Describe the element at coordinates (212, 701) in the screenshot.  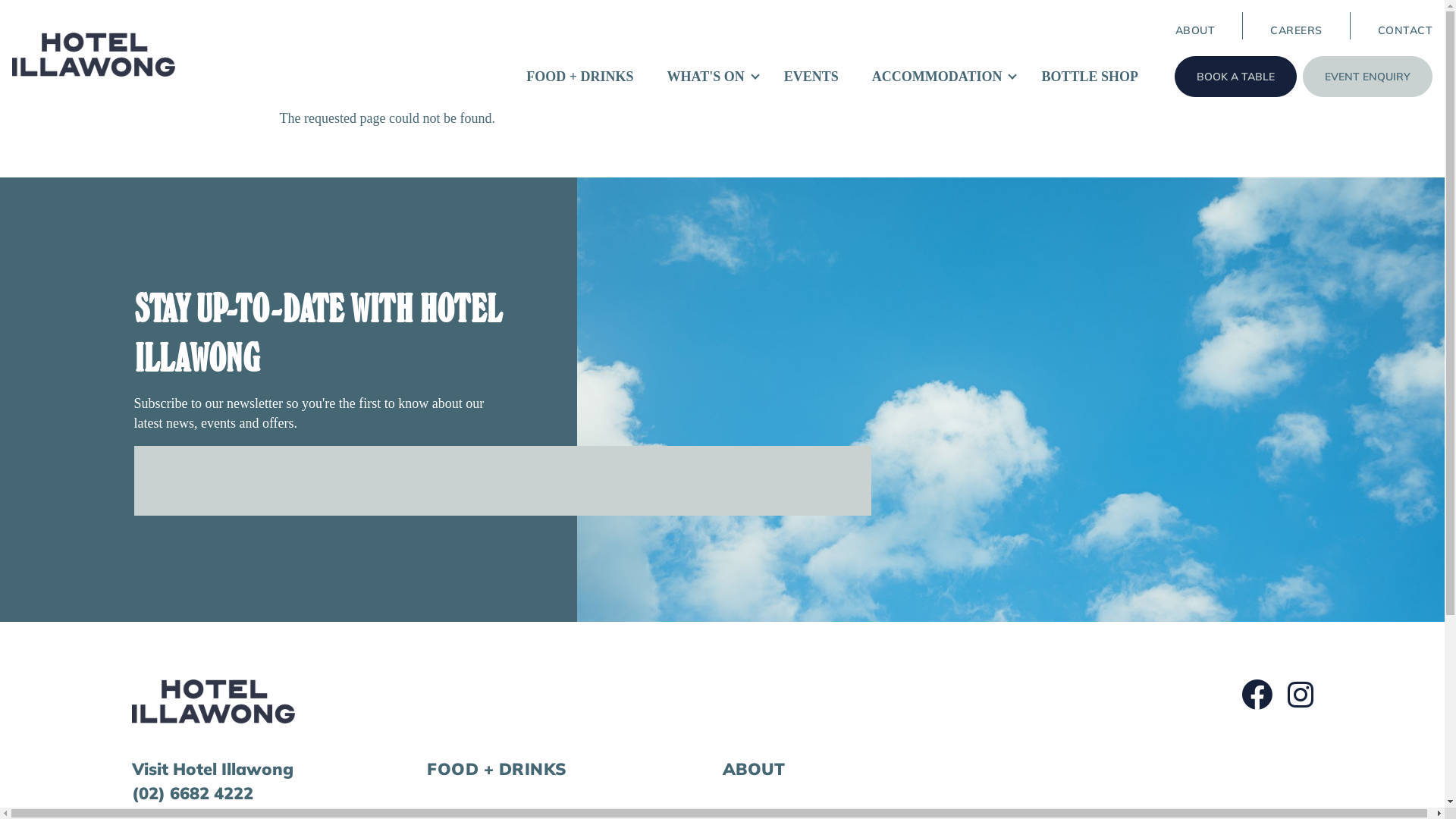
I see `'Image'` at that location.